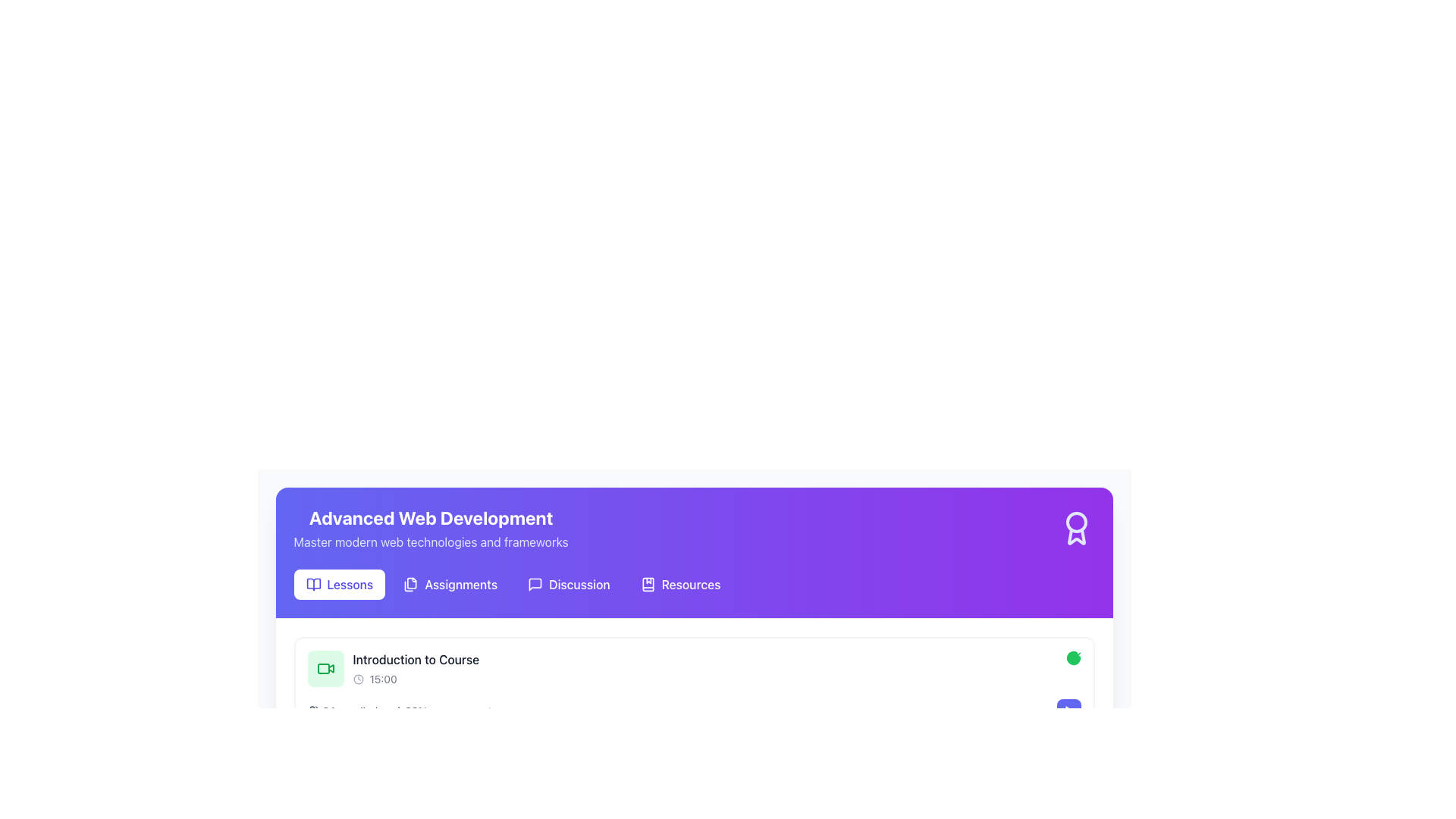 The height and width of the screenshot is (819, 1456). Describe the element at coordinates (568, 584) in the screenshot. I see `the 'Discussion' button, which is a prominent button with a white font on a purple background, located between the 'Assignments' and 'Resources' buttons` at that location.